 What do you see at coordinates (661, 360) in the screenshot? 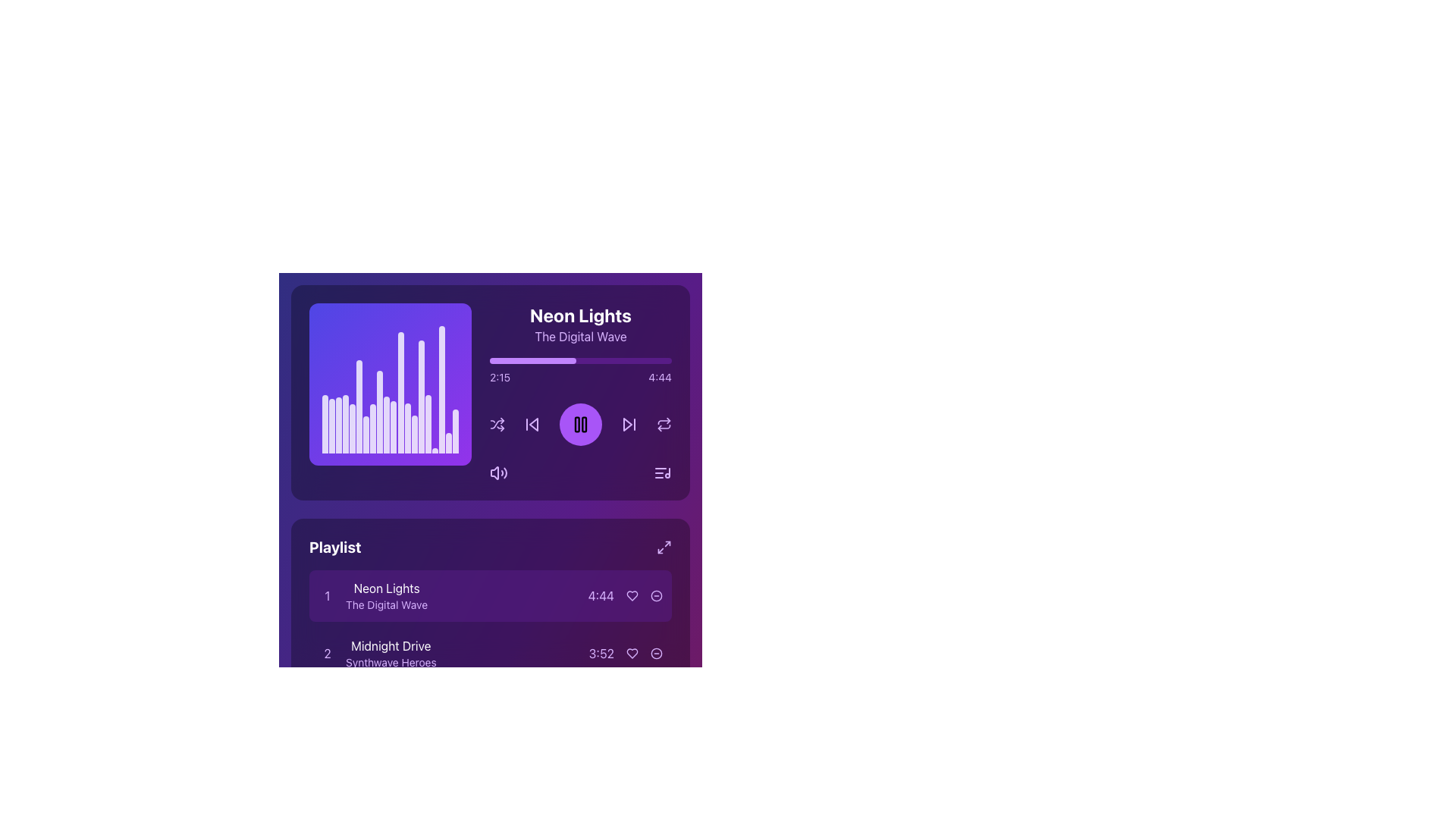
I see `the progress` at bounding box center [661, 360].